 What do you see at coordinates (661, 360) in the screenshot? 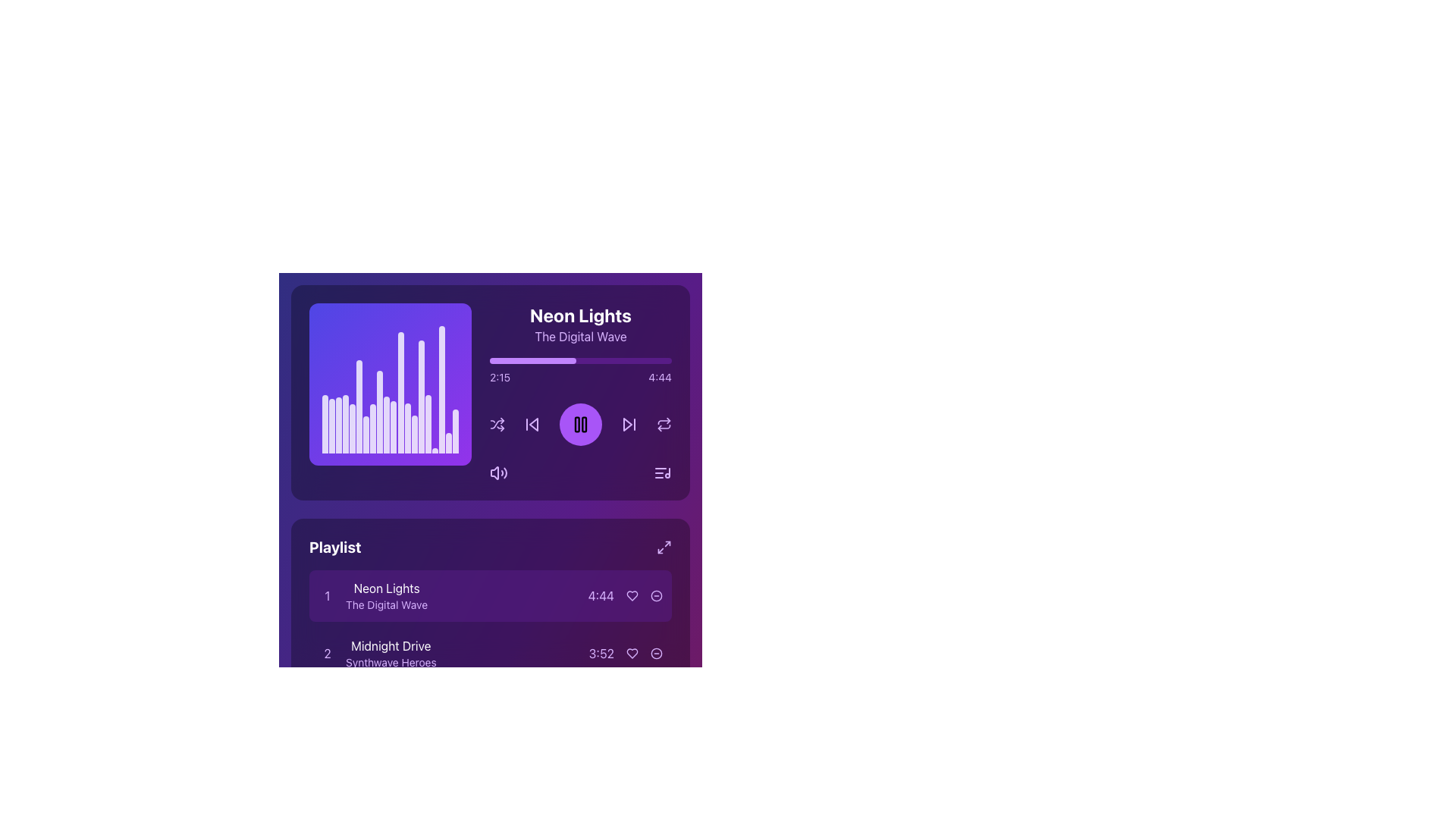
I see `the progress` at bounding box center [661, 360].